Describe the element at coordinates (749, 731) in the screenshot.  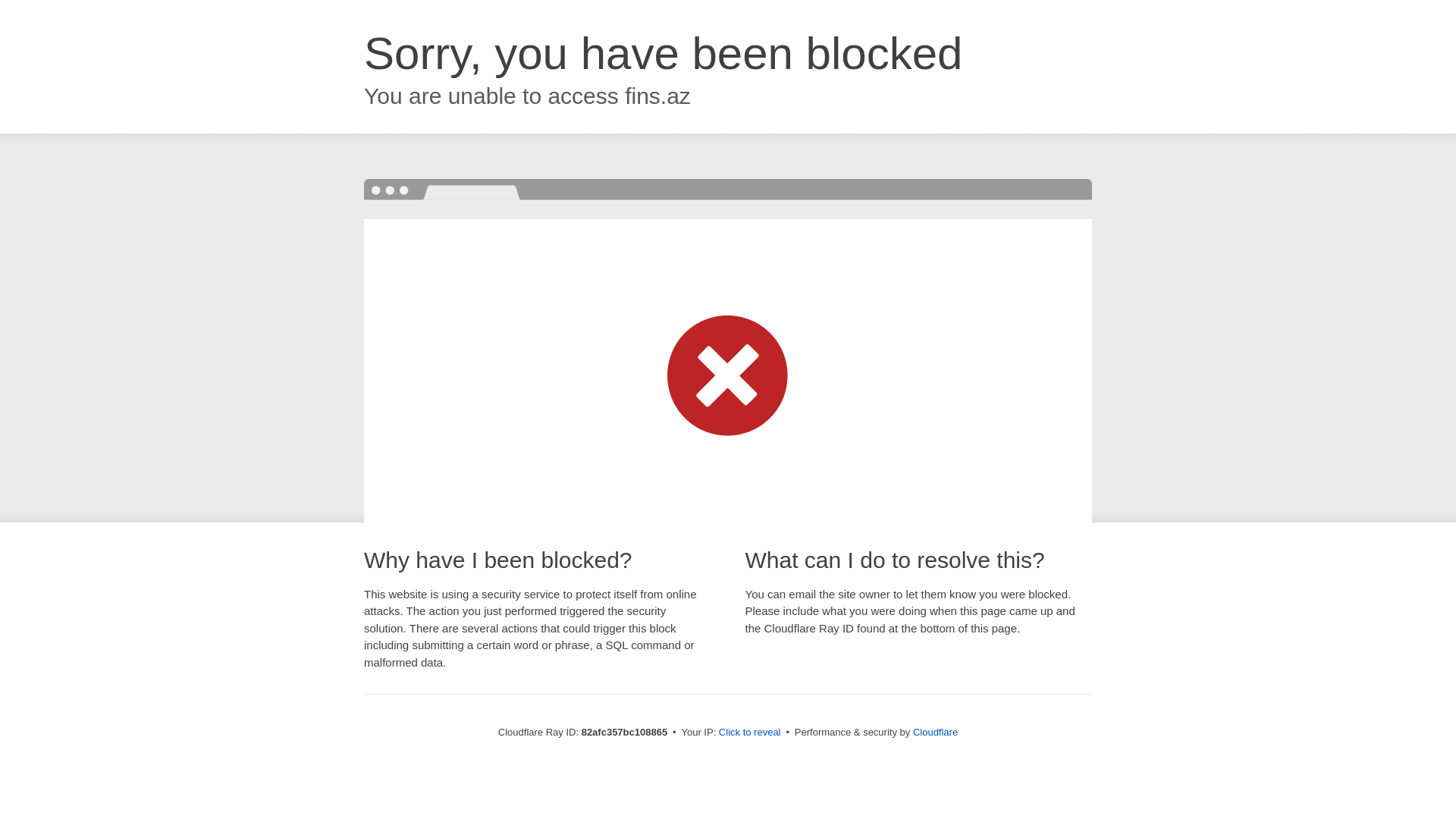
I see `'Click to reveal'` at that location.